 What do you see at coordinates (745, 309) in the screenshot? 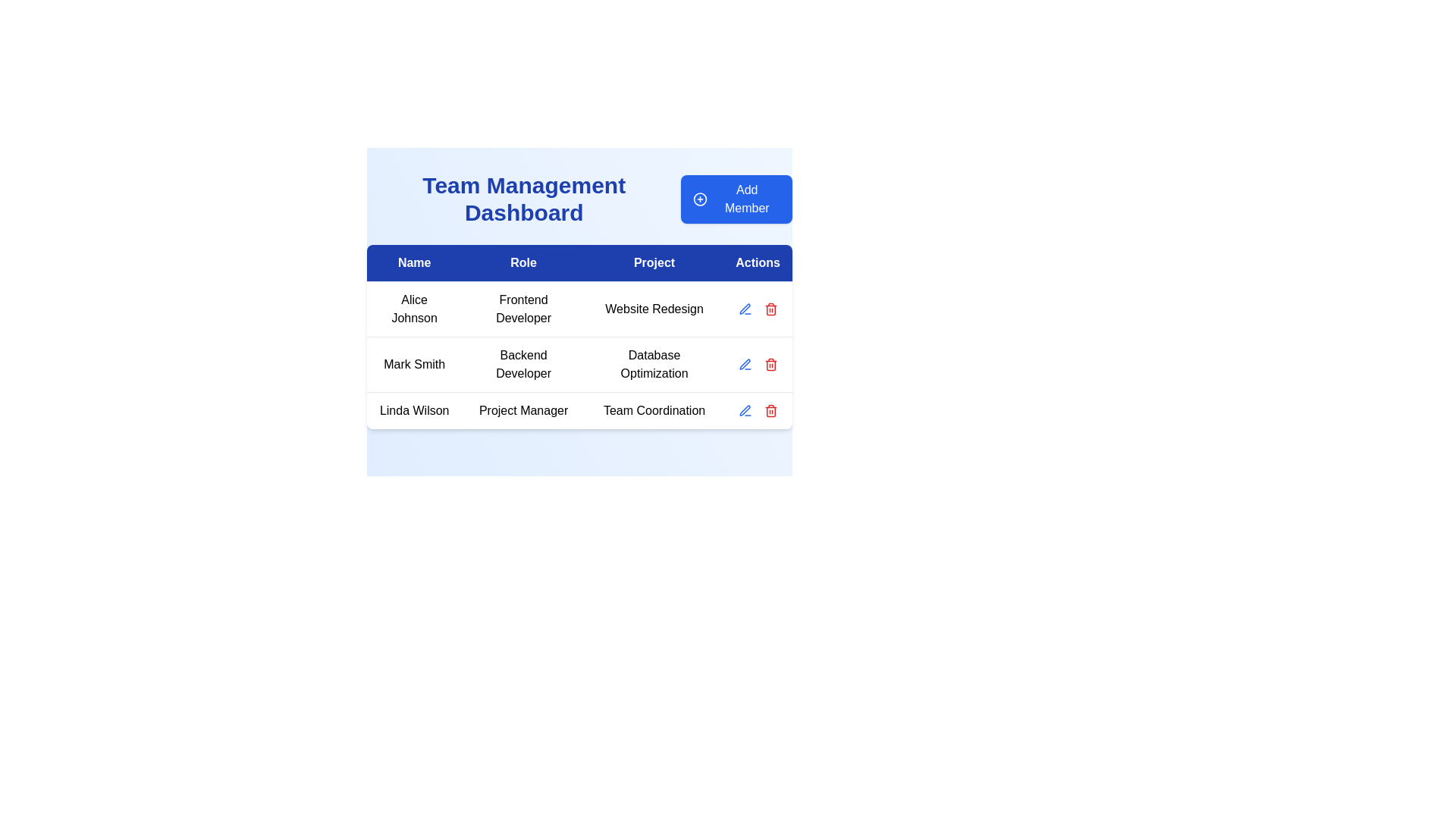
I see `the edit button located in the 'Actions' cell of the 'Backend Developer' row` at bounding box center [745, 309].